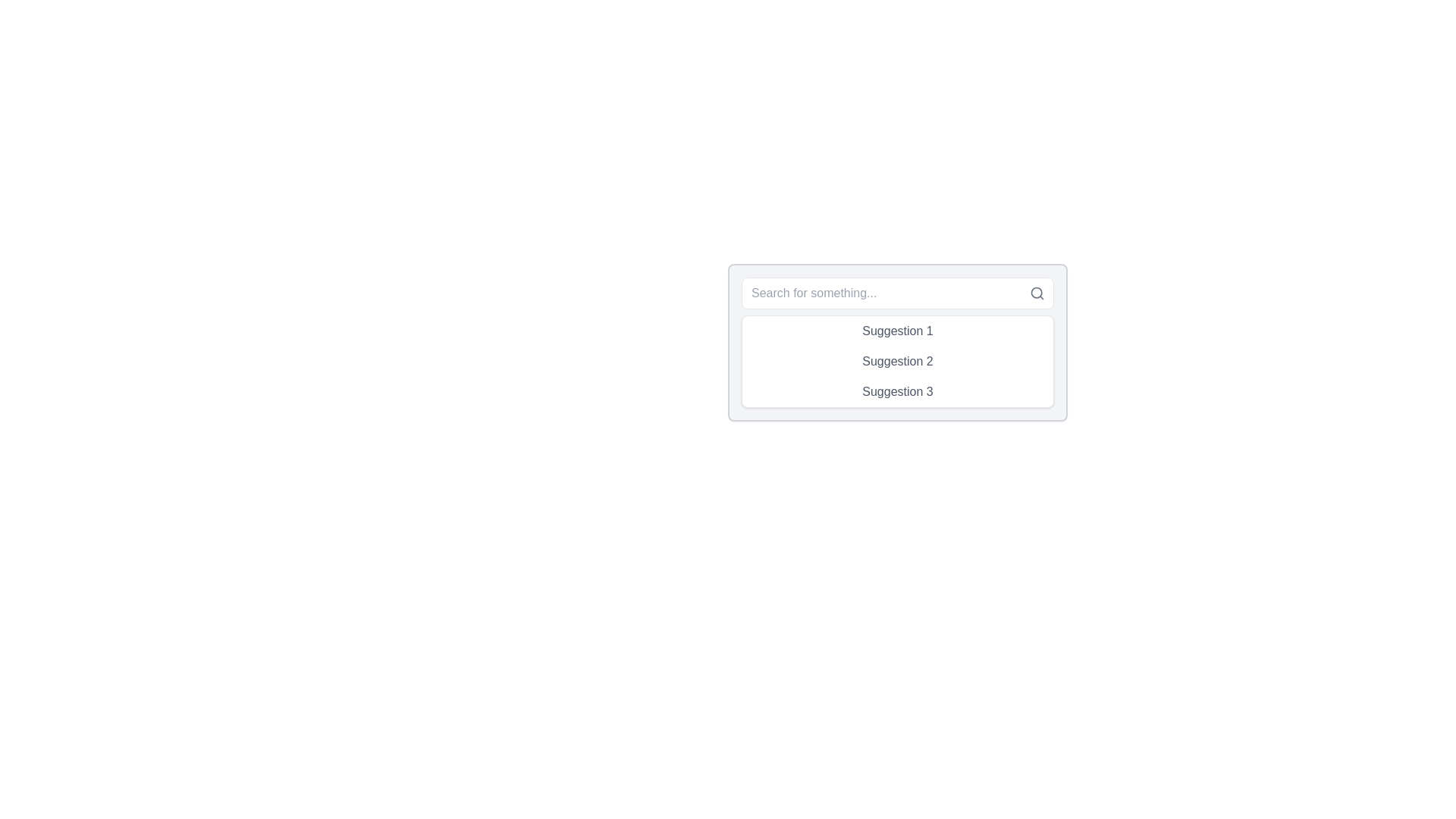  Describe the element at coordinates (898, 342) in the screenshot. I see `the first item in the list of clickable items displayed below the search bar` at that location.